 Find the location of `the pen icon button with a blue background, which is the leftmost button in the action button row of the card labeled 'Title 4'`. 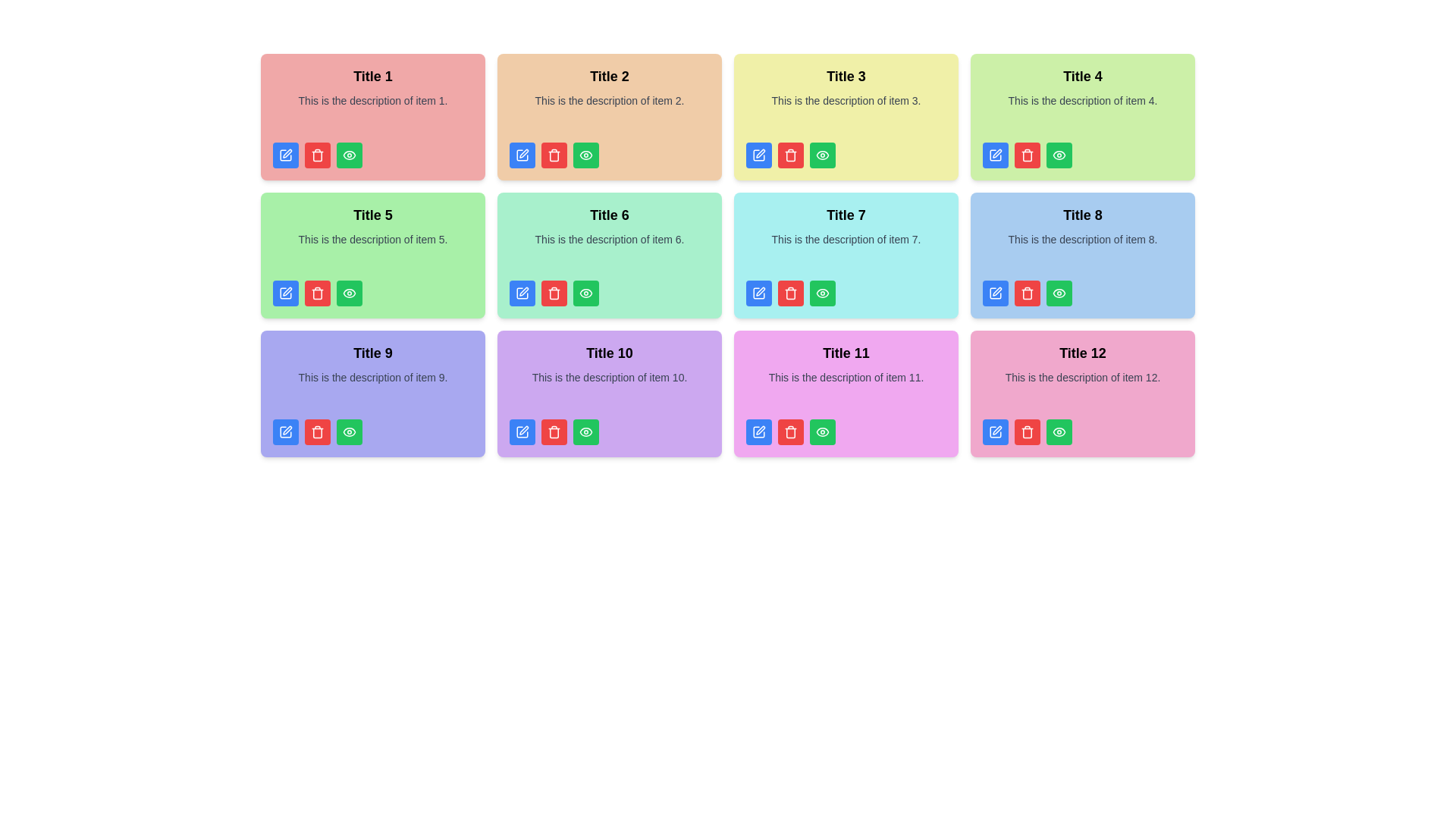

the pen icon button with a blue background, which is the leftmost button in the action button row of the card labeled 'Title 4' is located at coordinates (996, 155).